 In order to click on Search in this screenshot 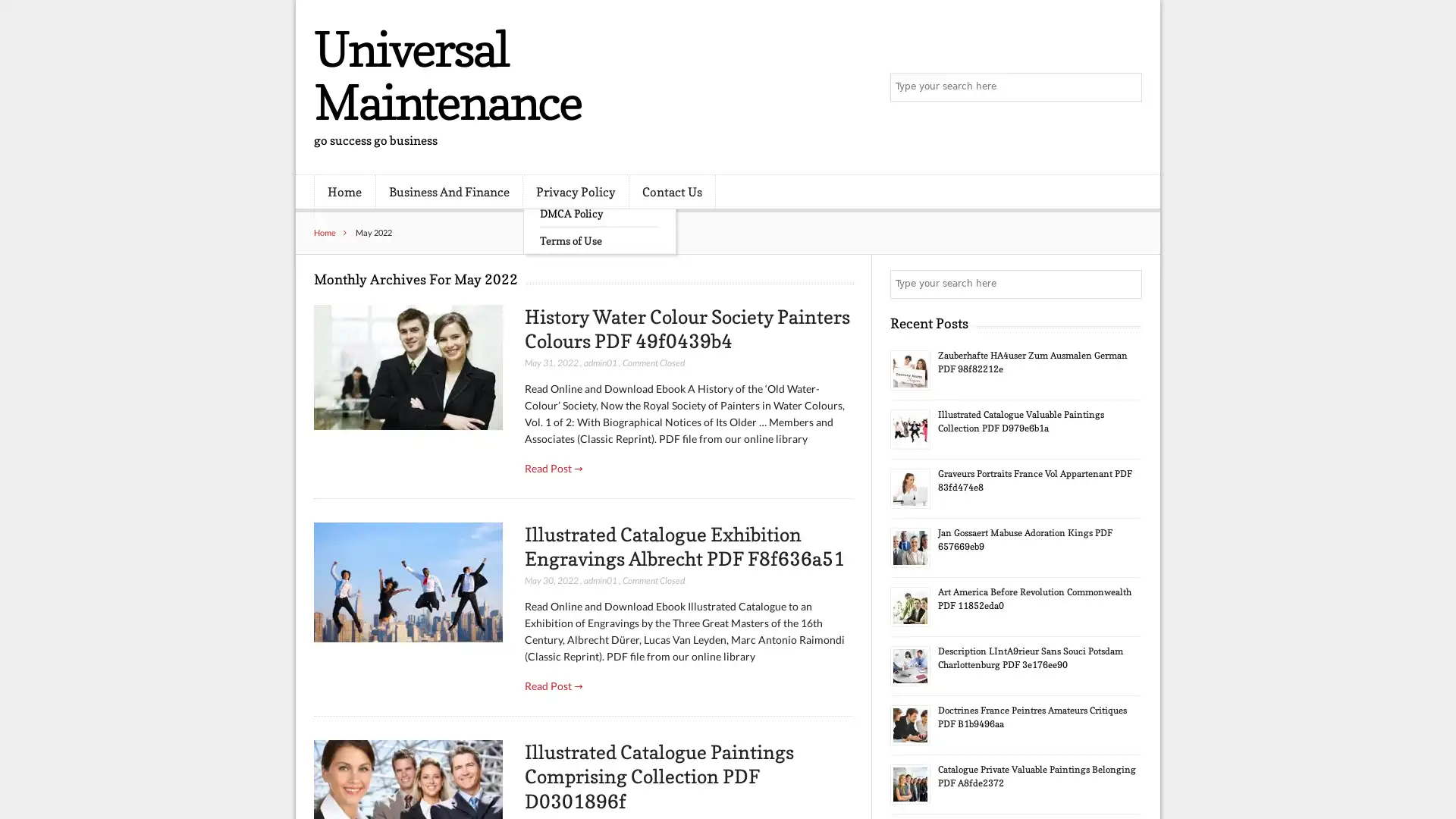, I will do `click(1126, 284)`.